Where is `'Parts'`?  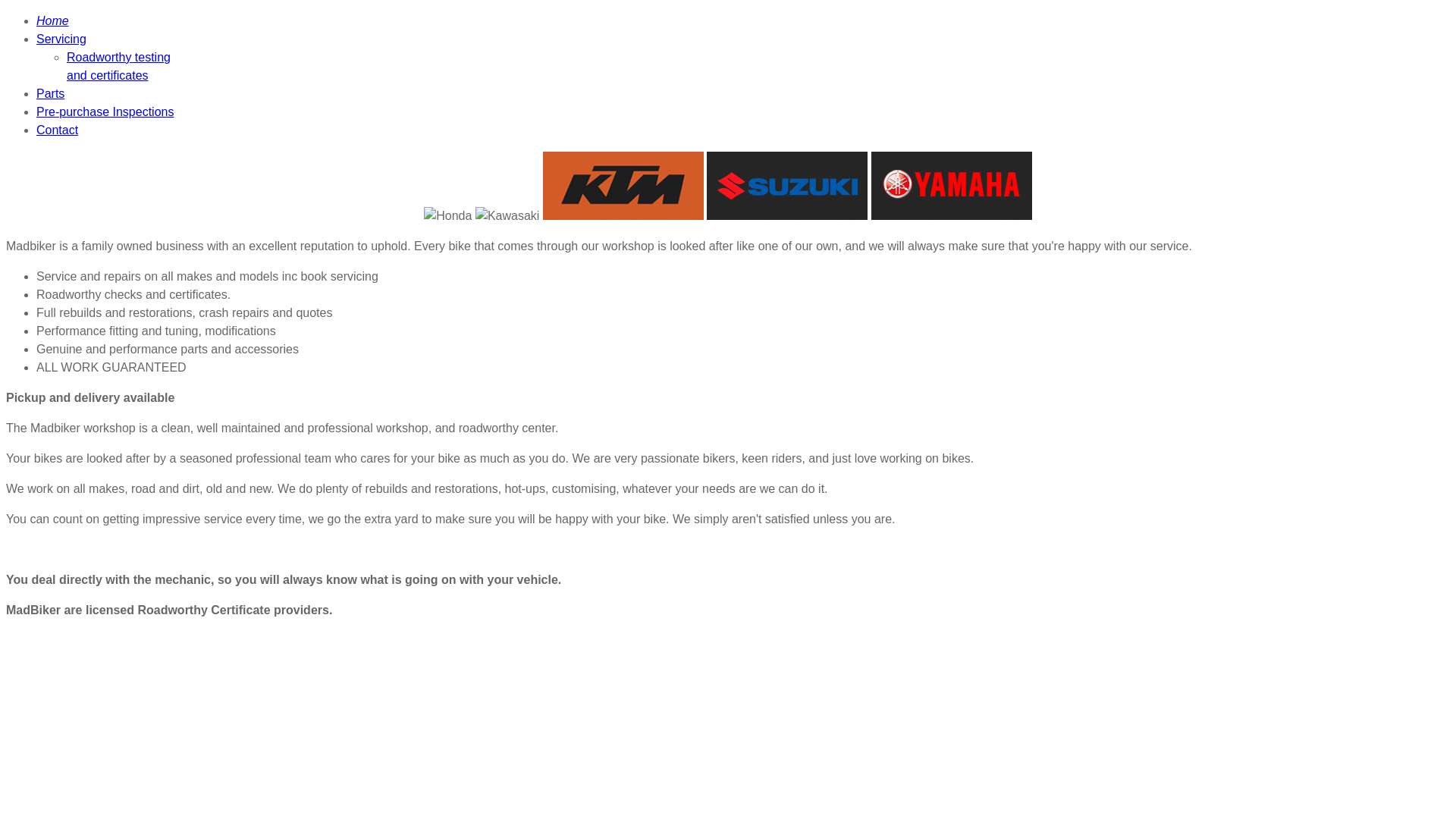 'Parts' is located at coordinates (36, 93).